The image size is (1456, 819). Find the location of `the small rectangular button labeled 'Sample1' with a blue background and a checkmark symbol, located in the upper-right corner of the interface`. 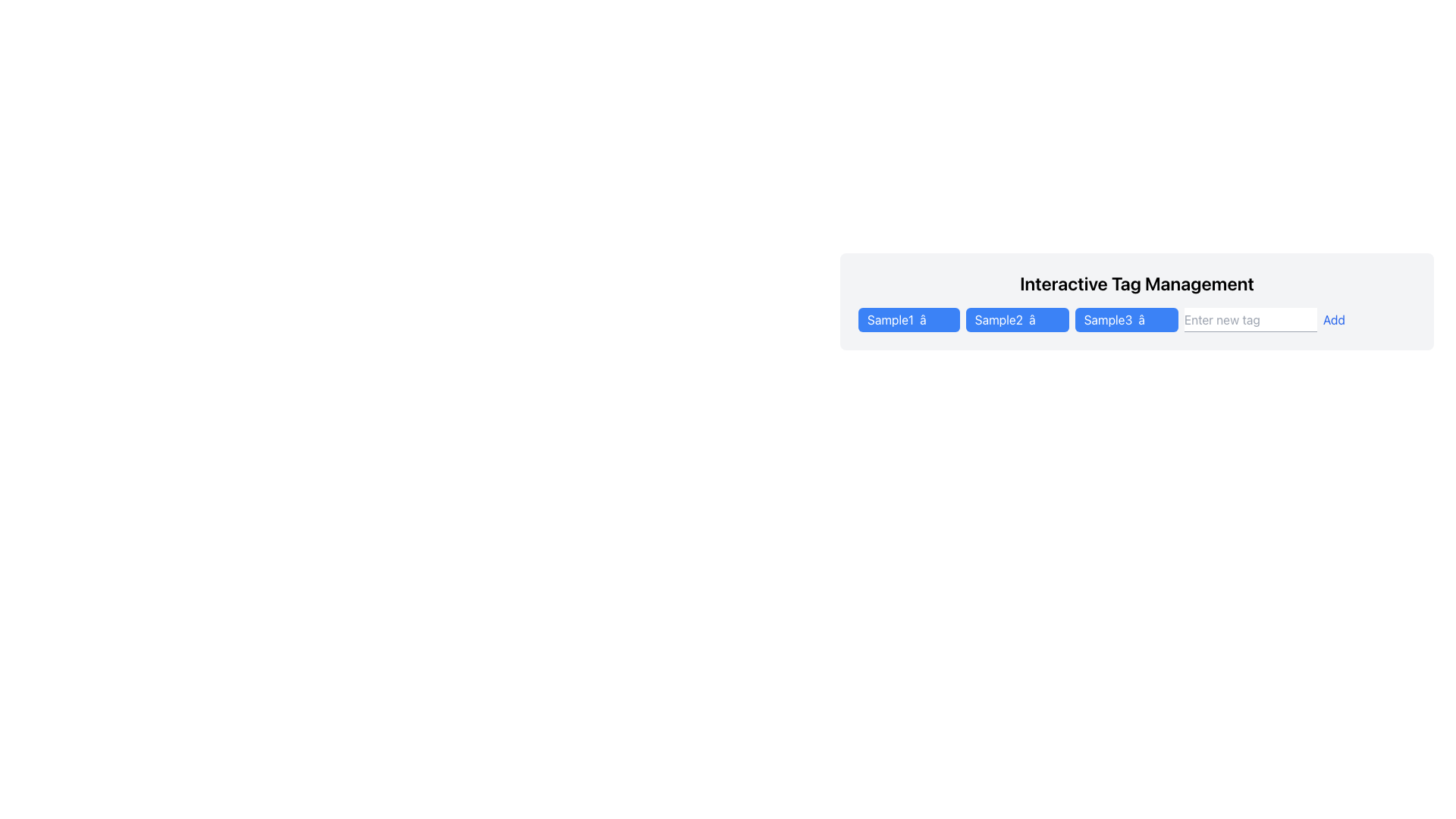

the small rectangular button labeled 'Sample1' with a blue background and a checkmark symbol, located in the upper-right corner of the interface is located at coordinates (908, 318).